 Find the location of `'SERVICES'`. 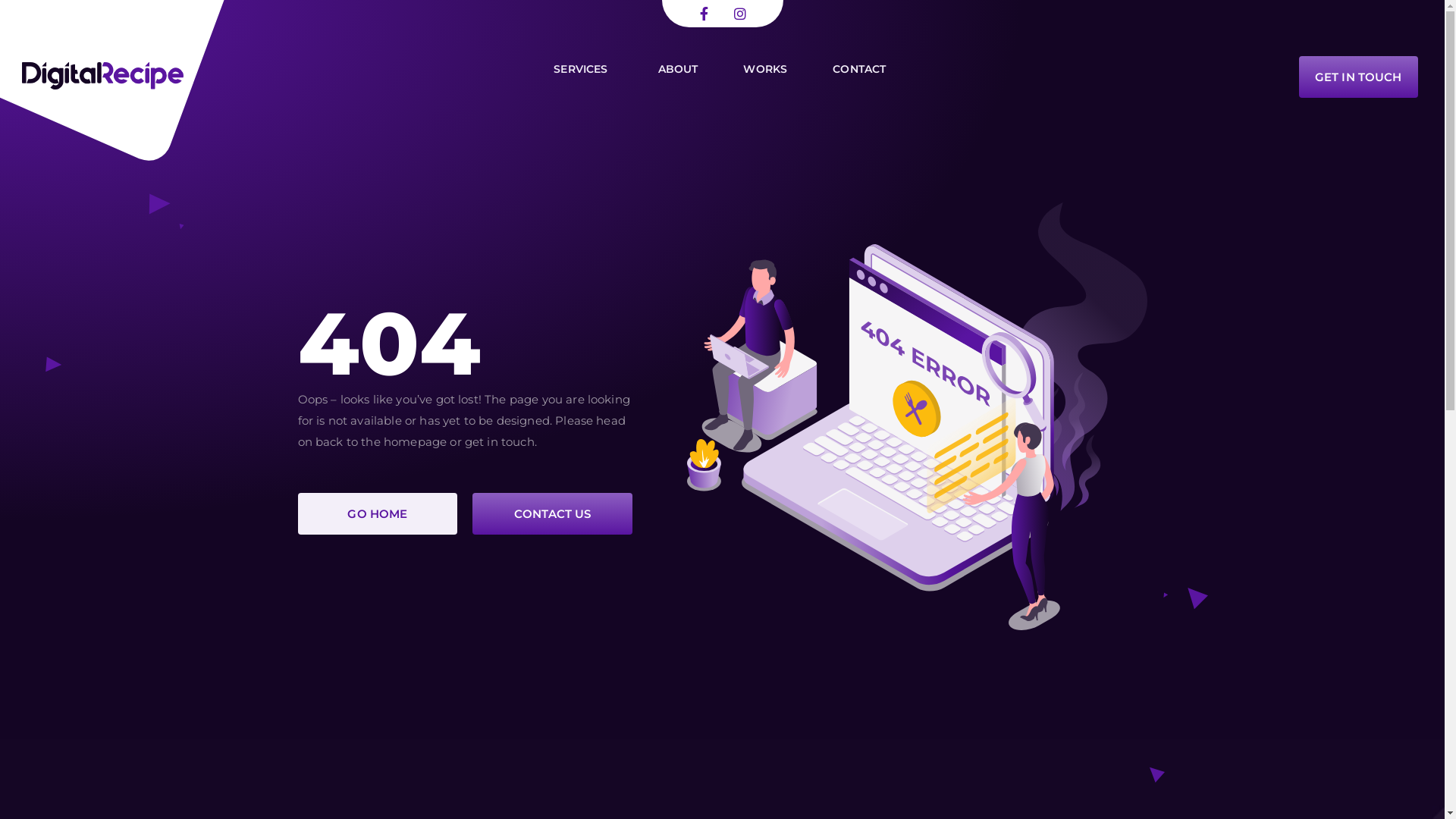

'SERVICES' is located at coordinates (546, 69).